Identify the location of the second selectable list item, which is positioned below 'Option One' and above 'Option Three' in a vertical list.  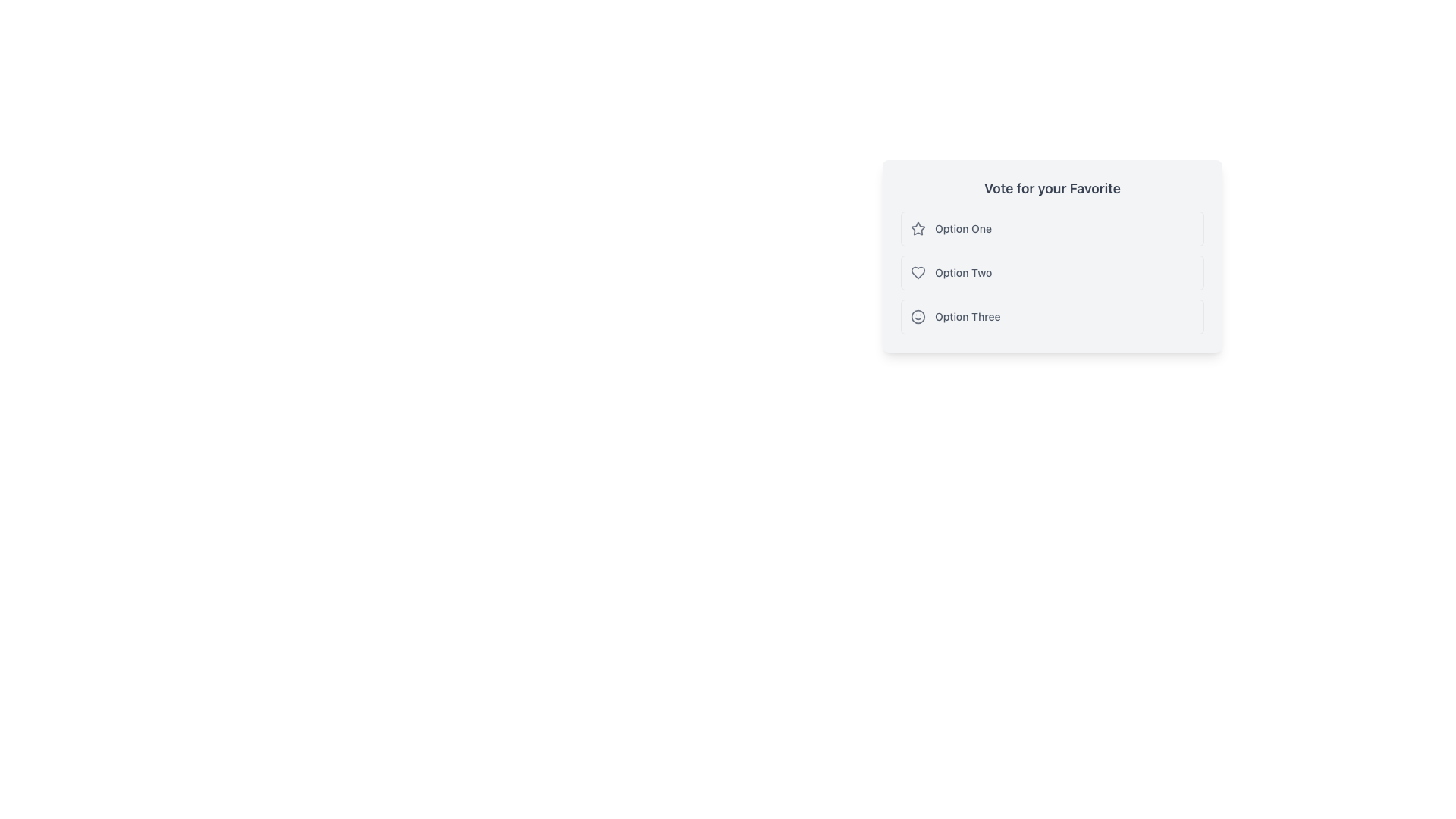
(1051, 271).